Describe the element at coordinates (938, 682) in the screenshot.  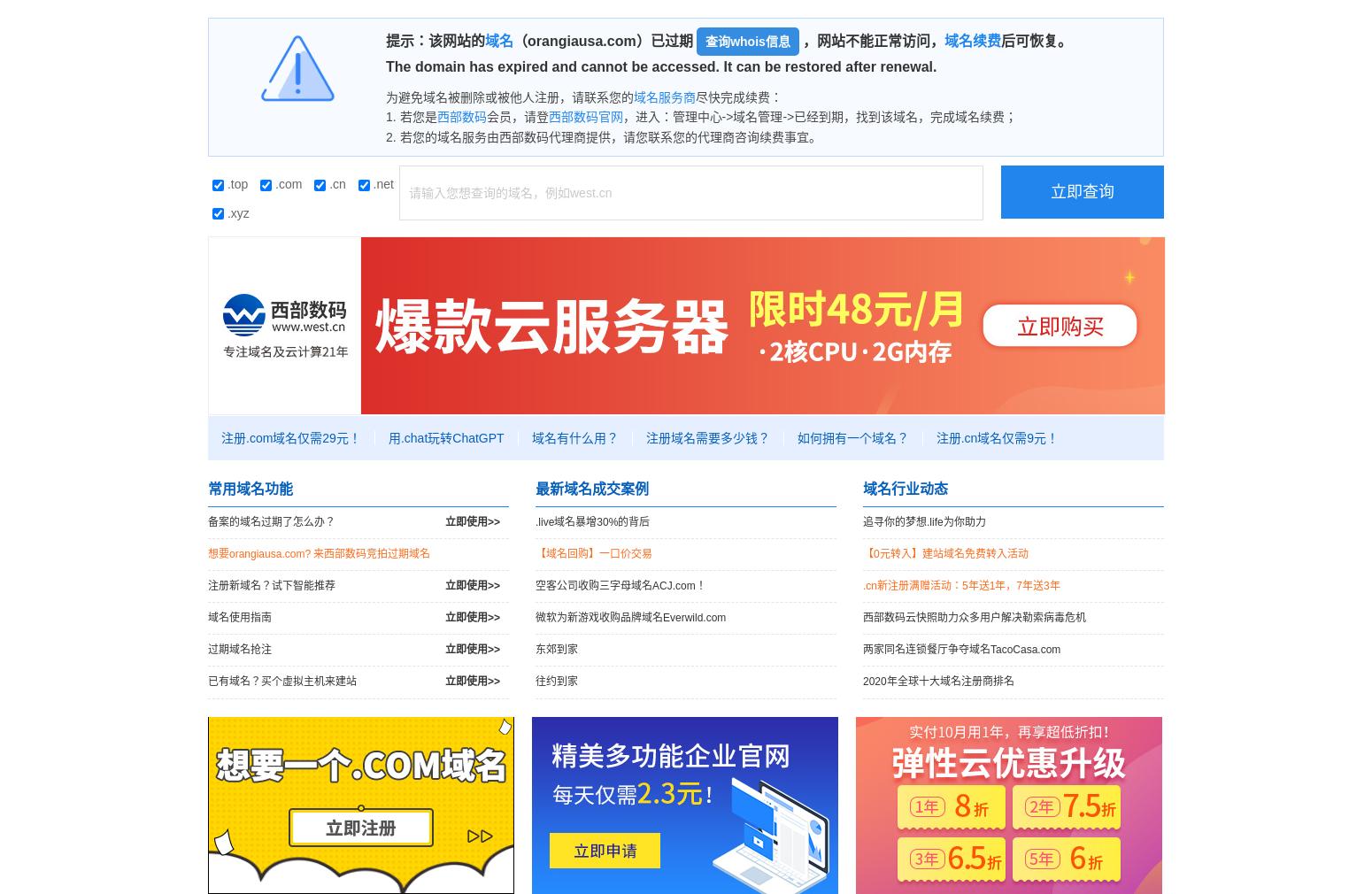
I see `'2020年全球十大域名注册商排名'` at that location.